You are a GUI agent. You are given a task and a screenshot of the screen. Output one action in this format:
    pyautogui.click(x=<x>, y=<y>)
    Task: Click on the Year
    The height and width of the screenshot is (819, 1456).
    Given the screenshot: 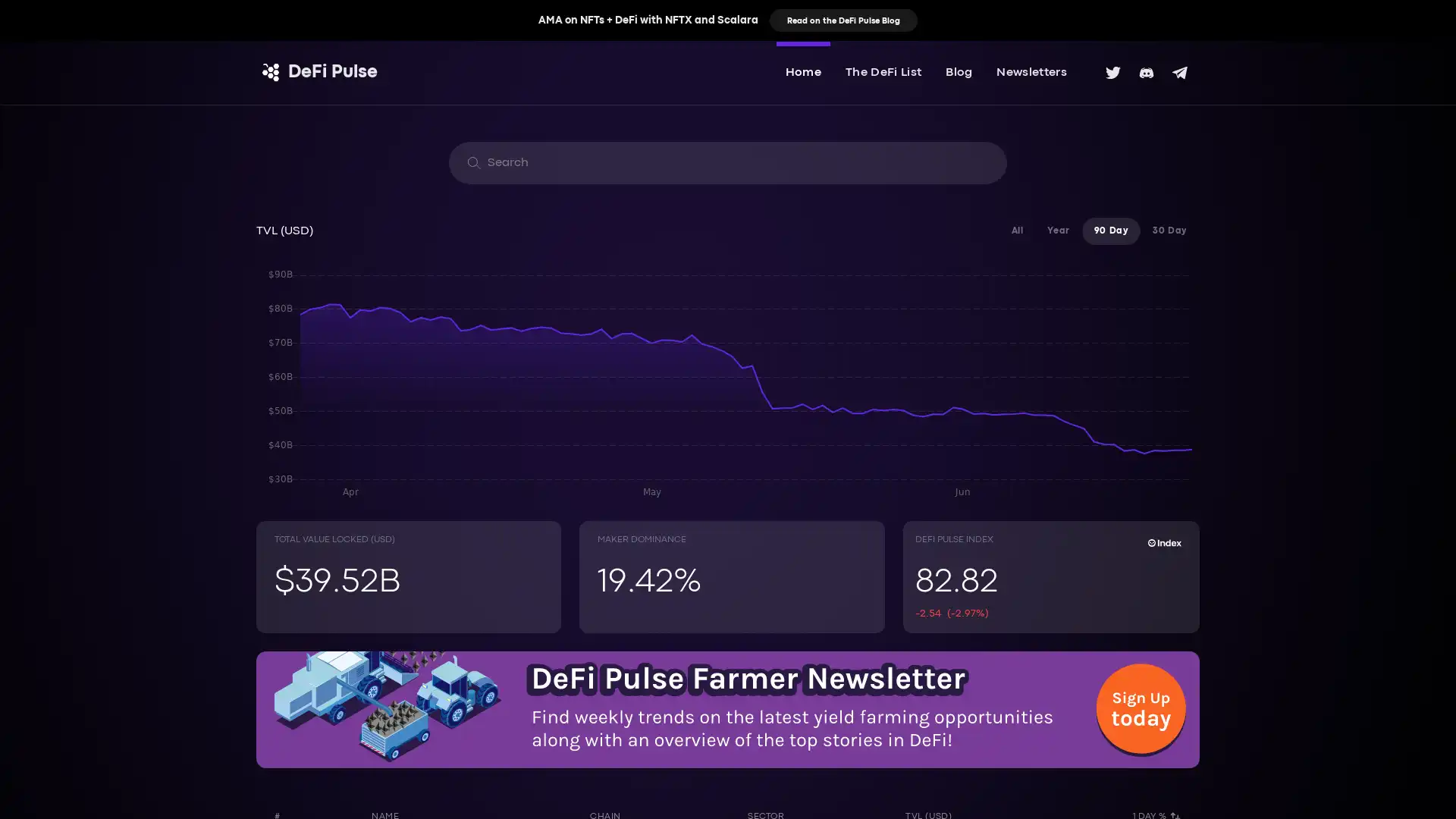 What is the action you would take?
    pyautogui.click(x=1057, y=231)
    